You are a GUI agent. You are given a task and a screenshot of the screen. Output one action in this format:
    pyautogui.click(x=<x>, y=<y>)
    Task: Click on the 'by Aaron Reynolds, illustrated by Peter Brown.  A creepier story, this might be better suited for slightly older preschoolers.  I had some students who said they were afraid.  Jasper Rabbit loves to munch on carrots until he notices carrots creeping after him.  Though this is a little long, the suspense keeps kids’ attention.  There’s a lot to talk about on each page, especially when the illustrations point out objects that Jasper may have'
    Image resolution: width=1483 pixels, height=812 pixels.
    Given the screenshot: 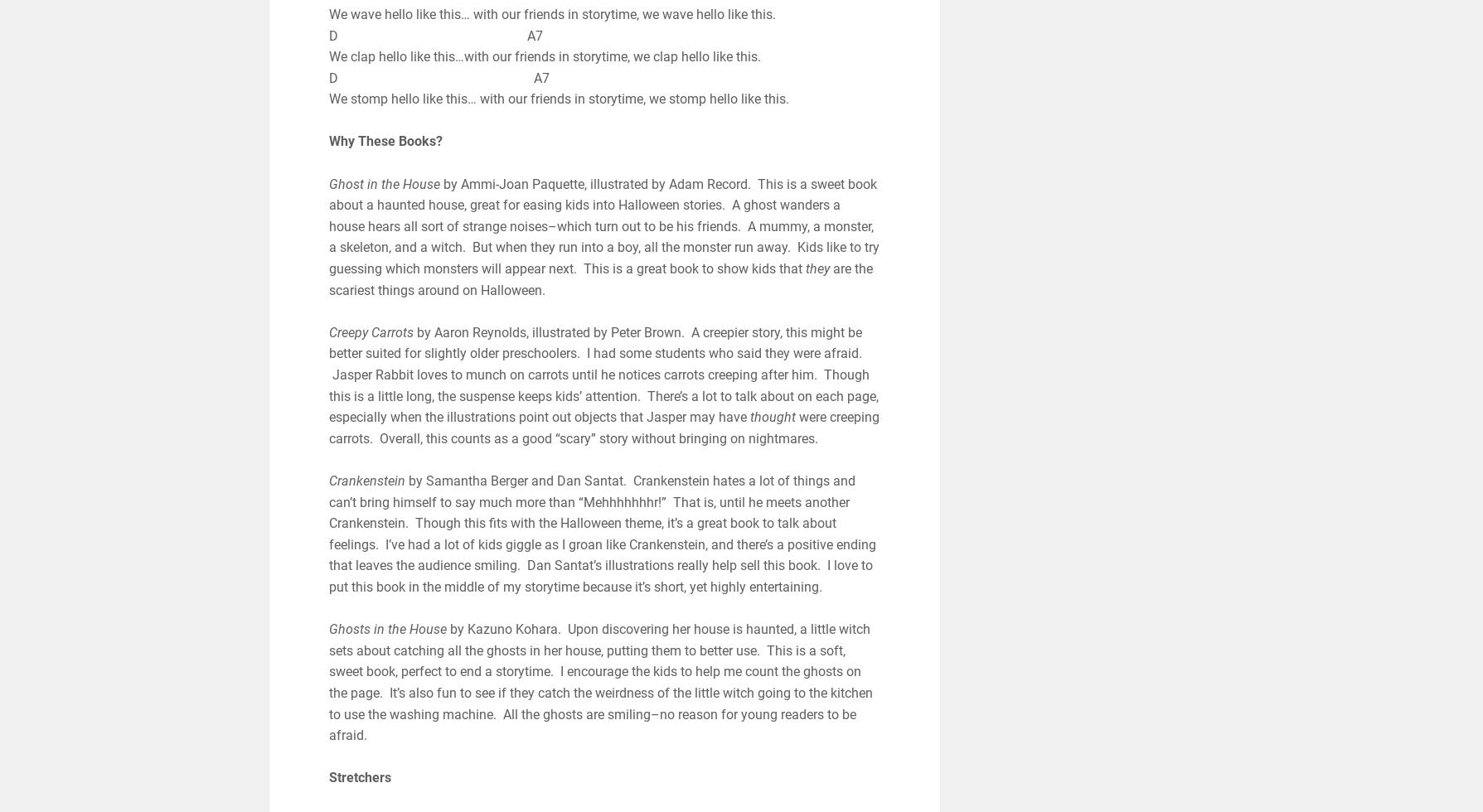 What is the action you would take?
    pyautogui.click(x=603, y=374)
    